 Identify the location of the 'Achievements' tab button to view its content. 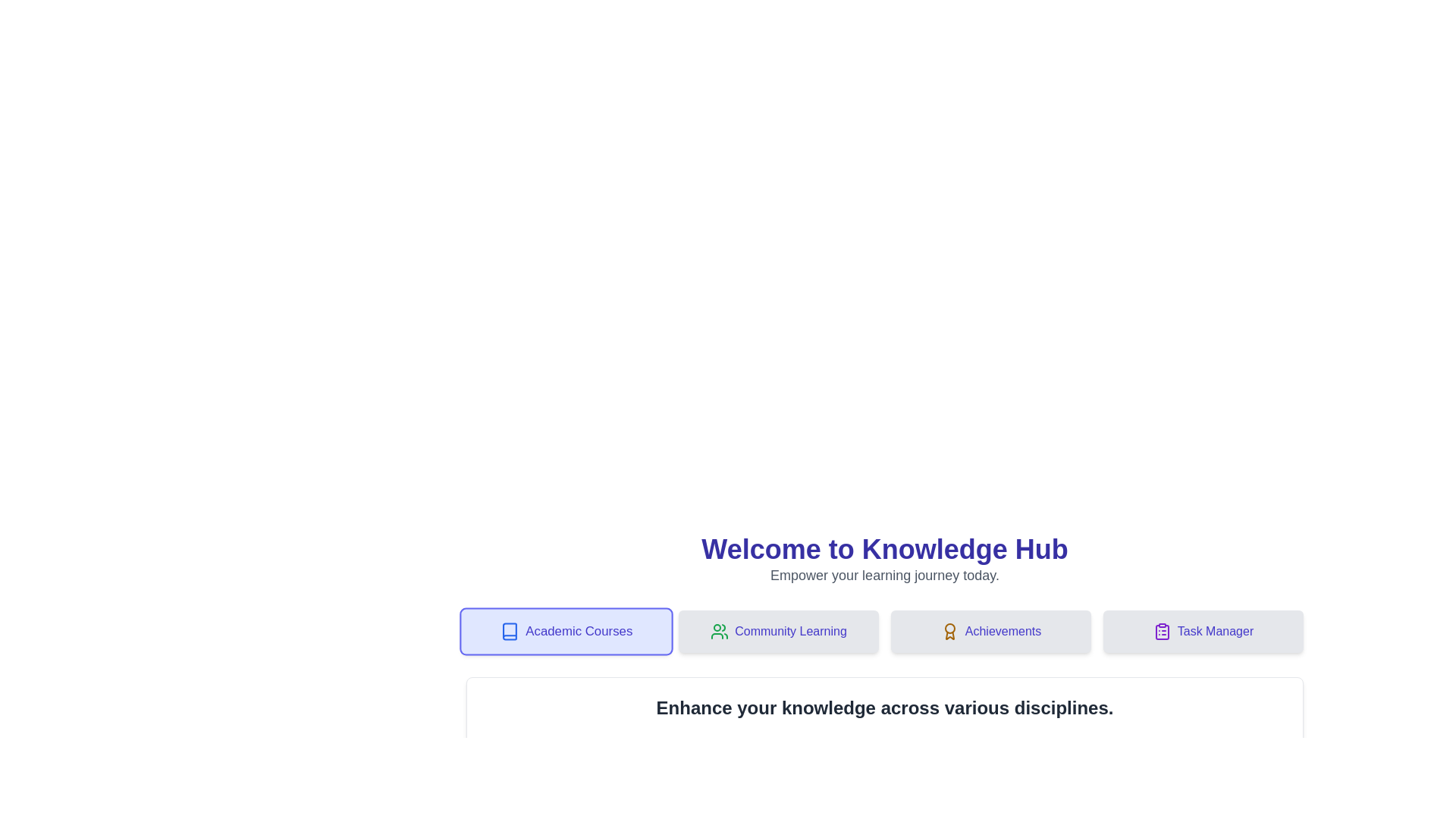
(990, 632).